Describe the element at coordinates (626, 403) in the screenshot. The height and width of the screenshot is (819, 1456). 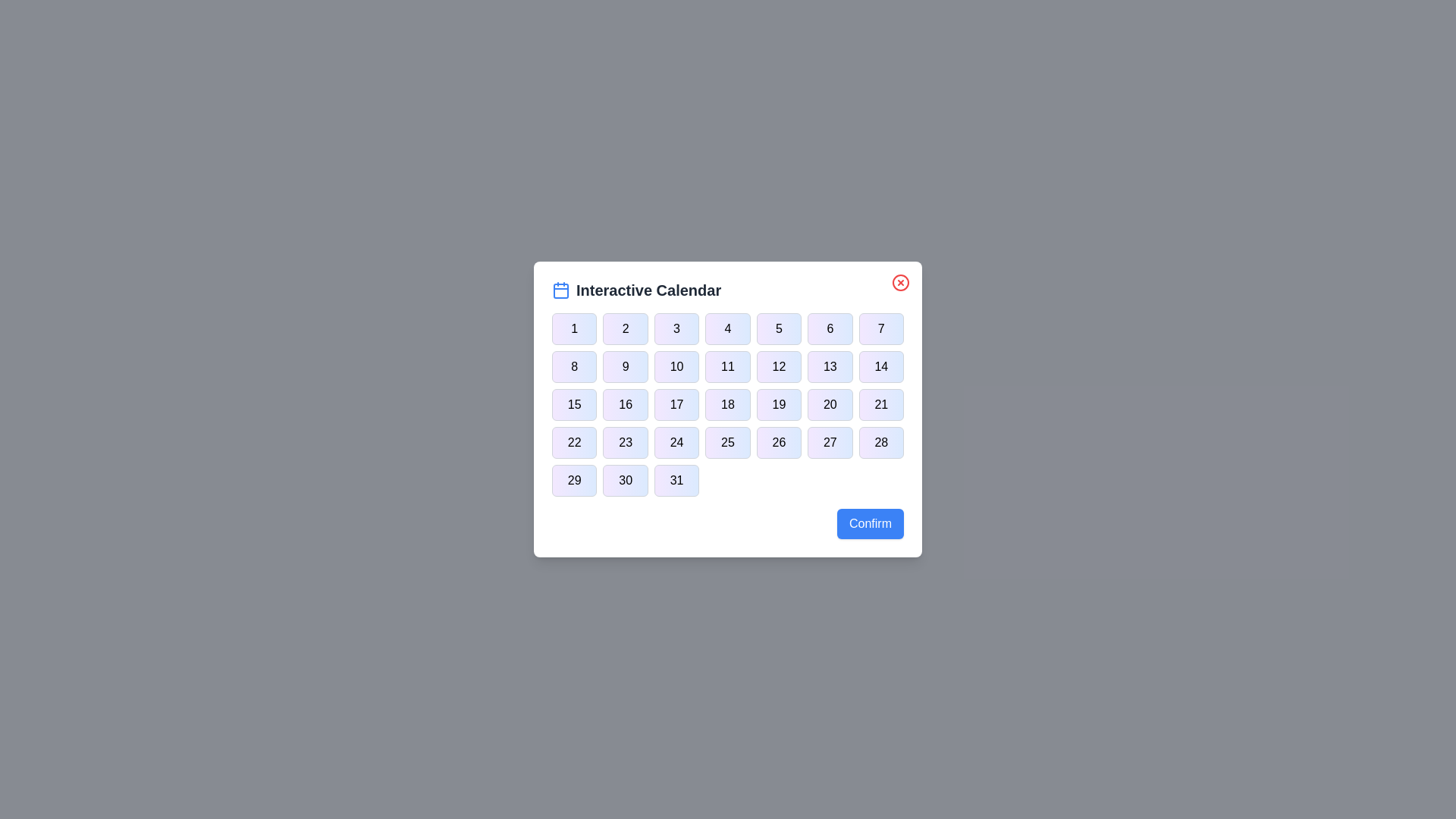
I see `the button corresponding to day 16 in the calendar` at that location.